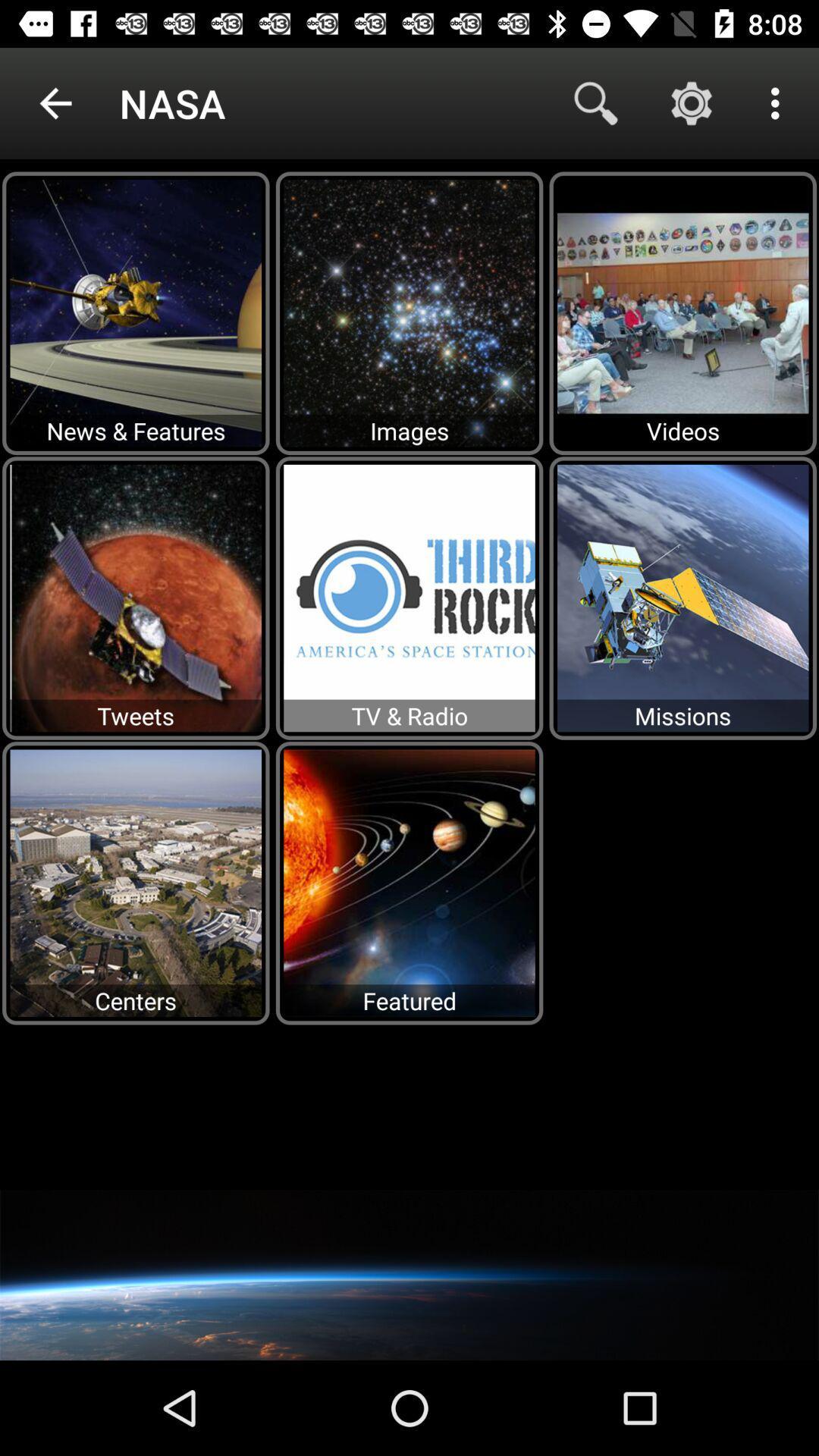 Image resolution: width=819 pixels, height=1456 pixels. What do you see at coordinates (683, 597) in the screenshot?
I see `the option which is below the videos` at bounding box center [683, 597].